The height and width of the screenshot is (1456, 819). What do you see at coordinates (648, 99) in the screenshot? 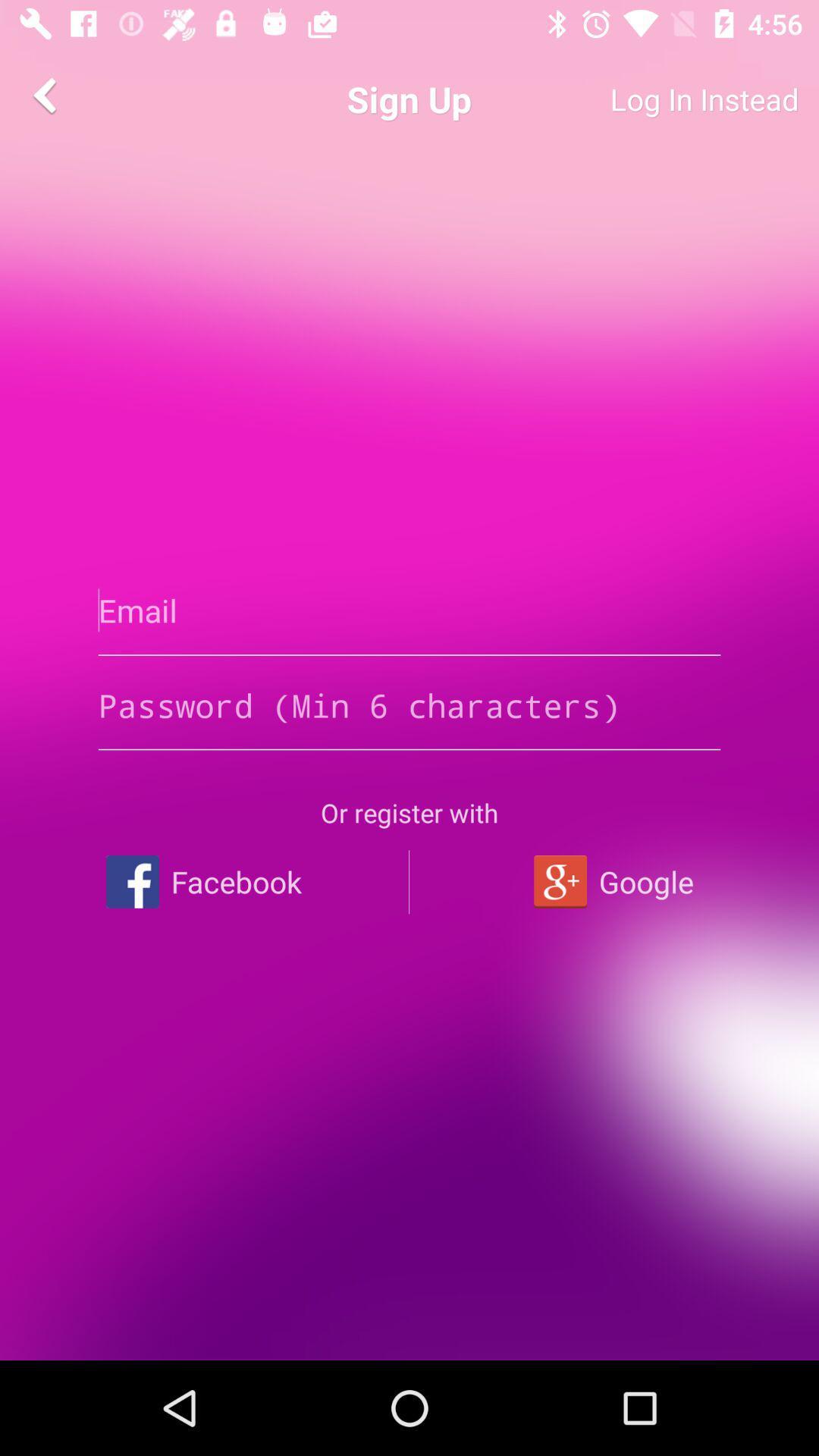
I see `the log in instead at the top right corner` at bounding box center [648, 99].